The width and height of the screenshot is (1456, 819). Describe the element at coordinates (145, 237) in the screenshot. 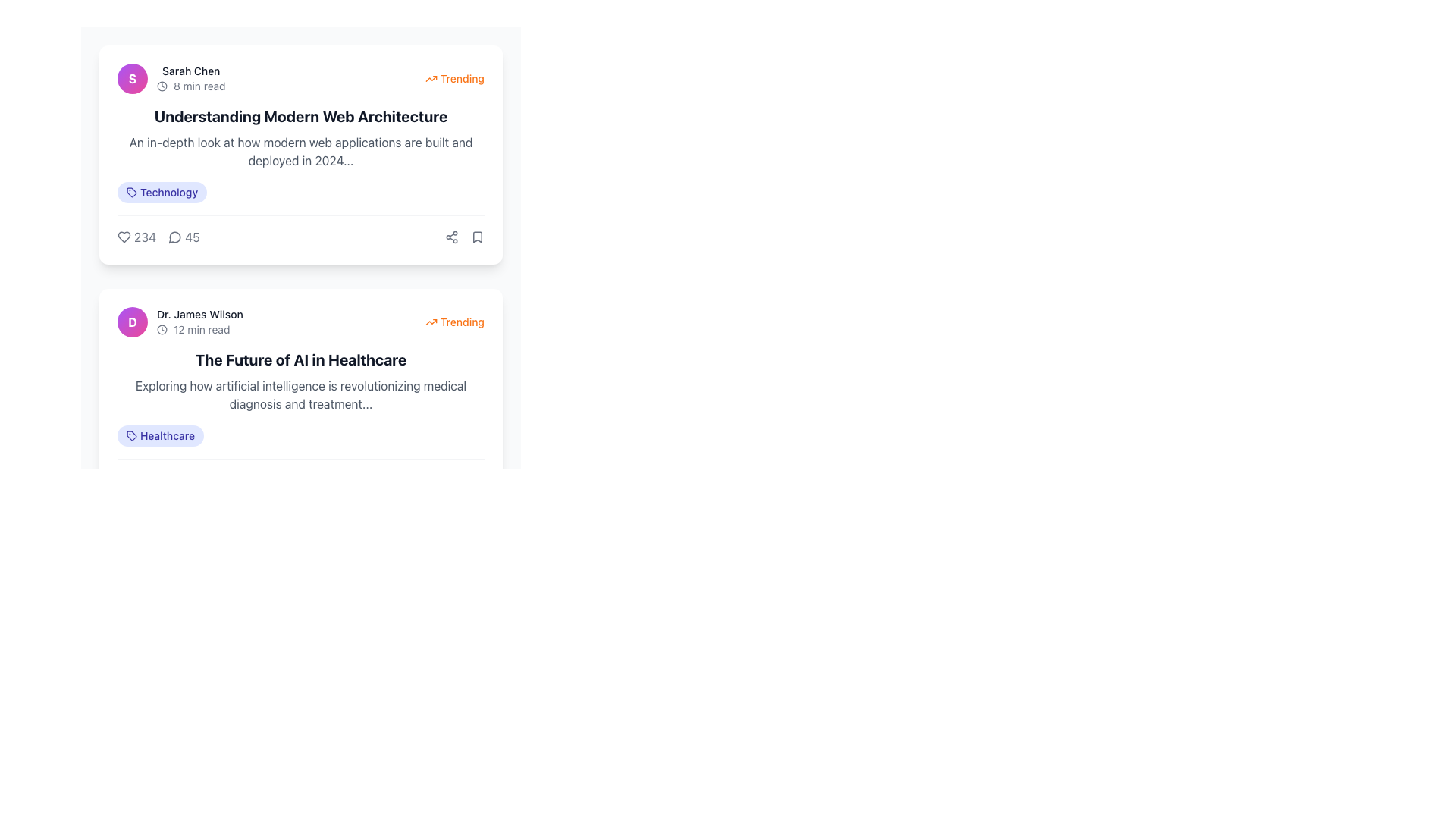

I see `the text label displaying '234' for accessibility tools, located to the right of a heart-shaped icon in the bottom-left area of an article preview card` at that location.